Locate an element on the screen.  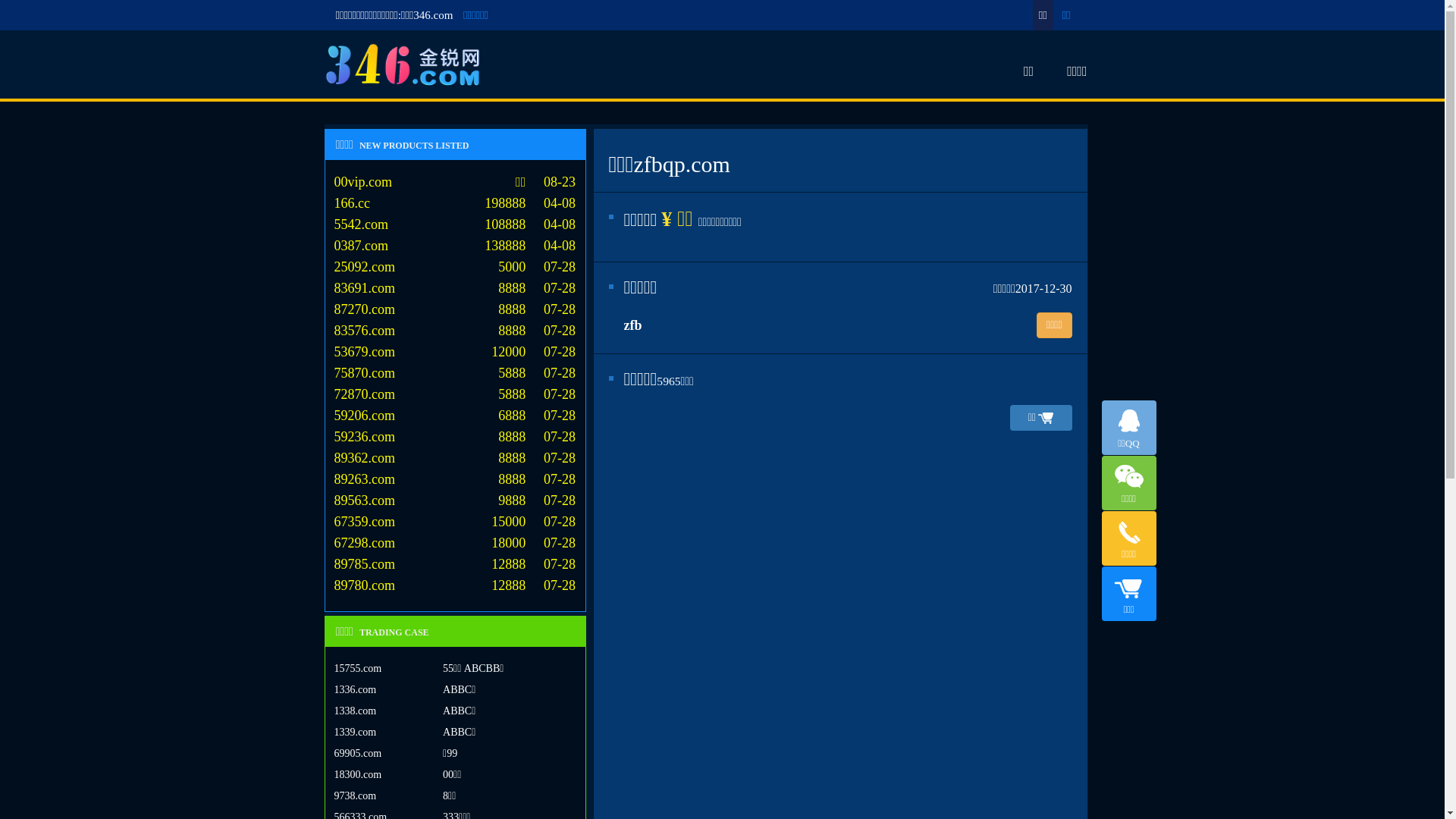
'89780.com 12888 07-28' is located at coordinates (453, 590).